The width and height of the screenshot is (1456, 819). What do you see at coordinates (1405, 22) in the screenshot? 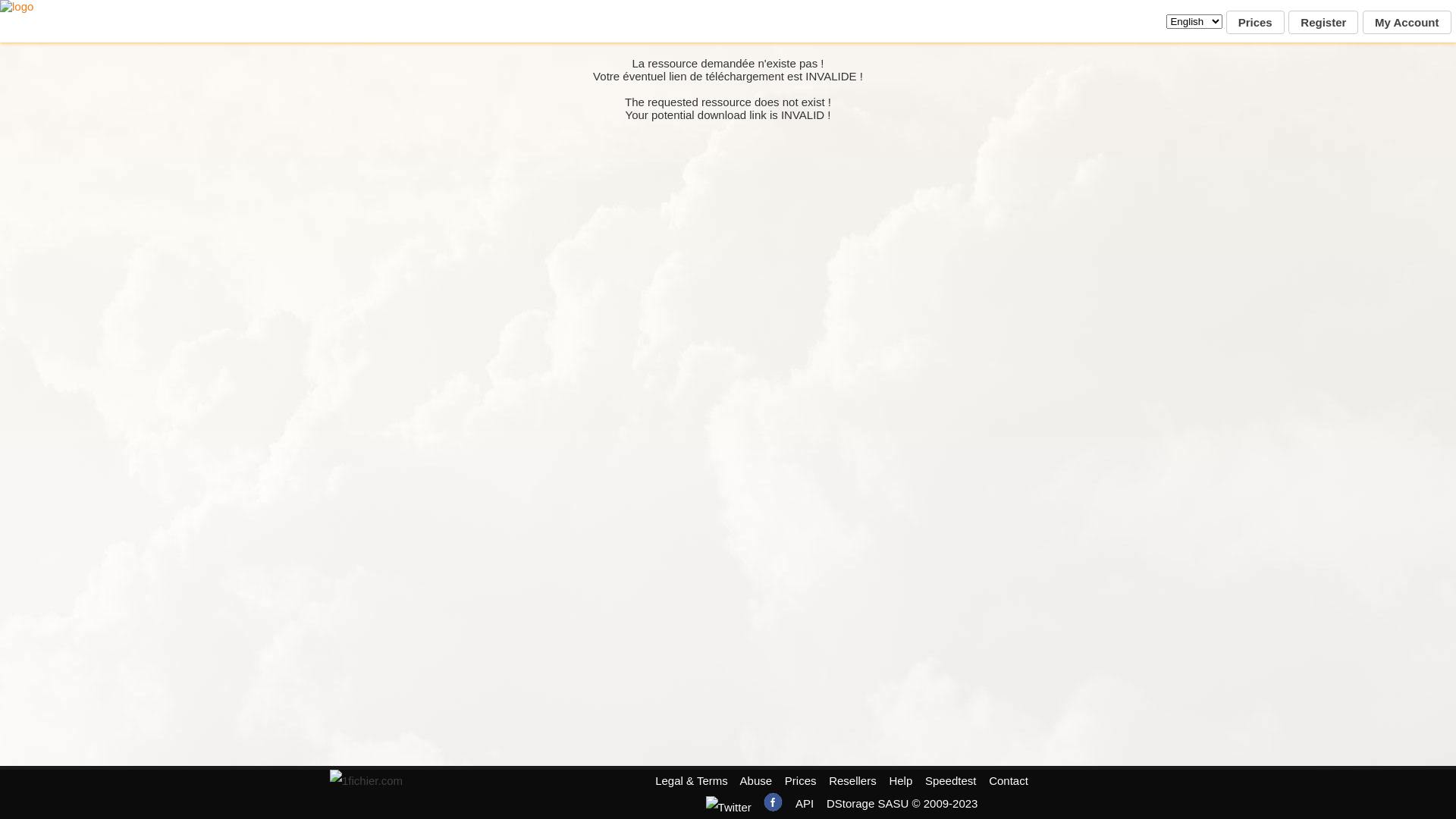
I see `'My Account'` at bounding box center [1405, 22].